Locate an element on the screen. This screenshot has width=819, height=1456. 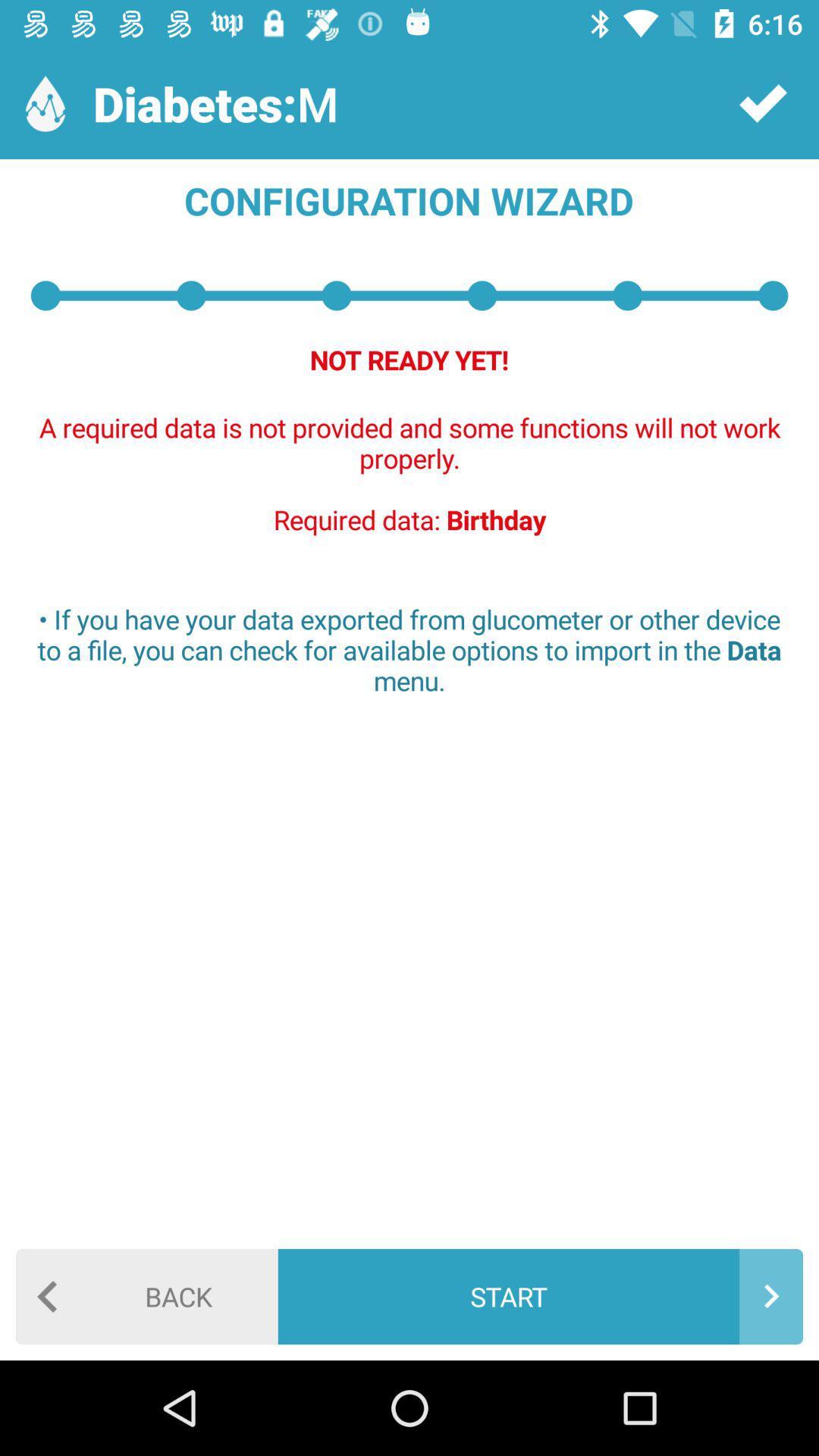
the icon next to the start icon is located at coordinates (146, 1295).